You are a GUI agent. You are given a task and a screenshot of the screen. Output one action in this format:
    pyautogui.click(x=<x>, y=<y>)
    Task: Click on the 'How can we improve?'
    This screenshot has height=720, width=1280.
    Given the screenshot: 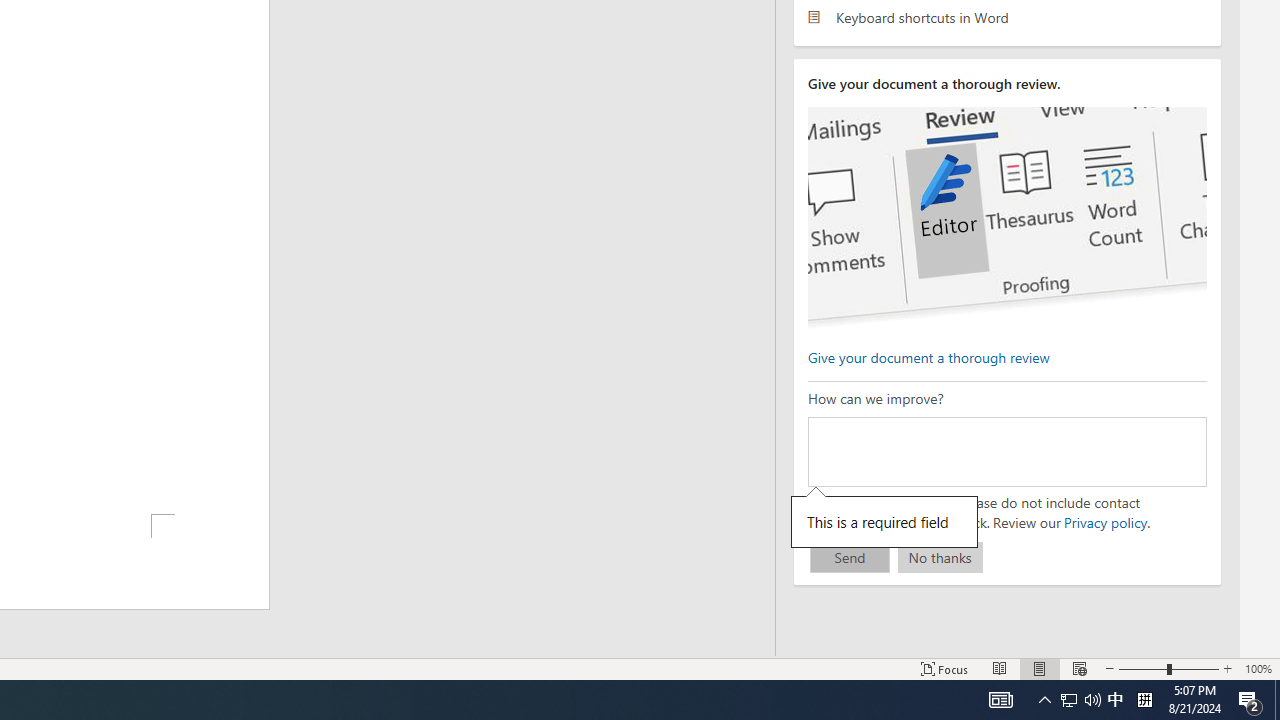 What is the action you would take?
    pyautogui.click(x=1007, y=451)
    